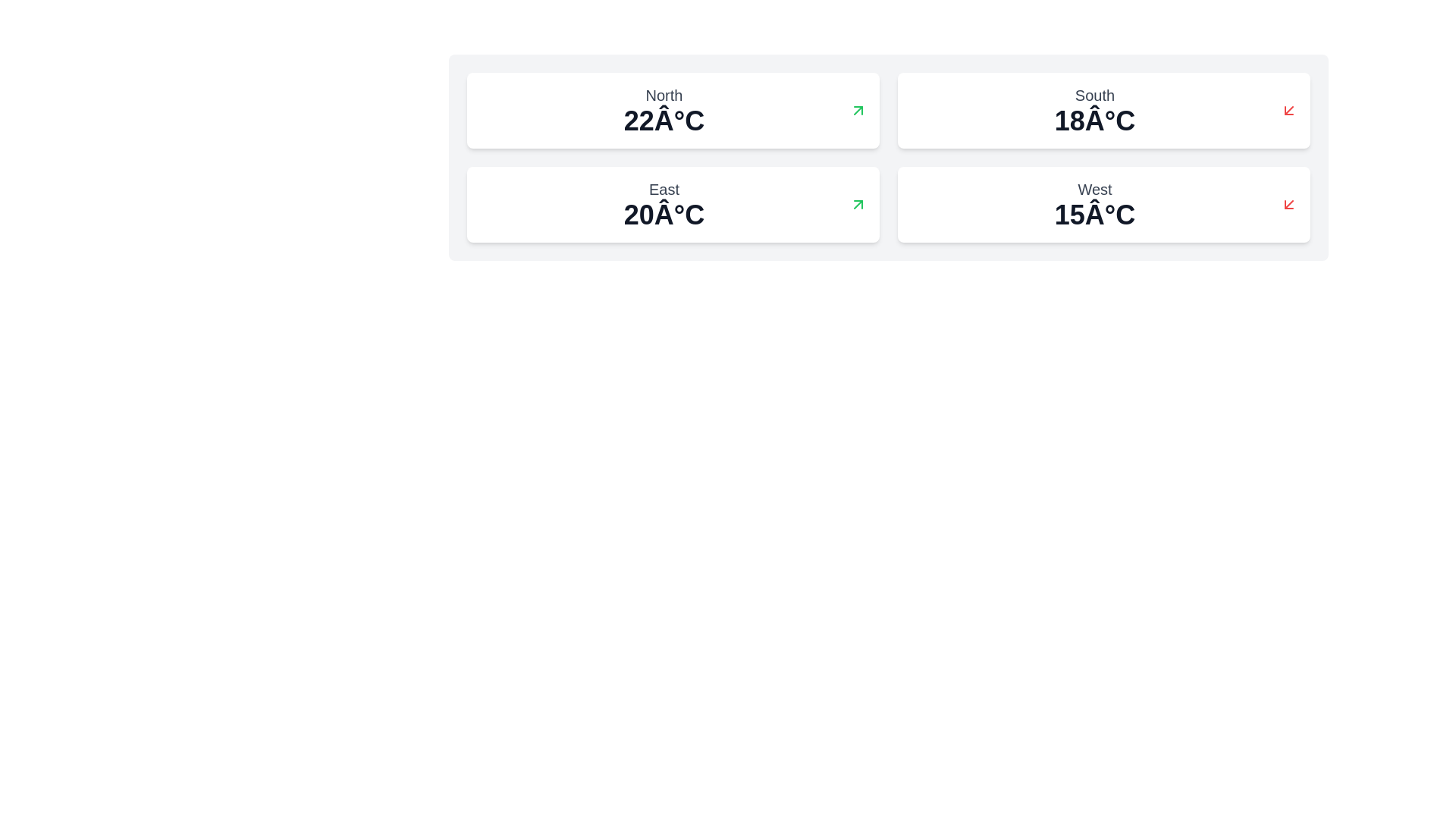 The width and height of the screenshot is (1456, 819). I want to click on the static labeled display showing weather information for the 'North' direction with a temperature of 22°C, so click(664, 110).